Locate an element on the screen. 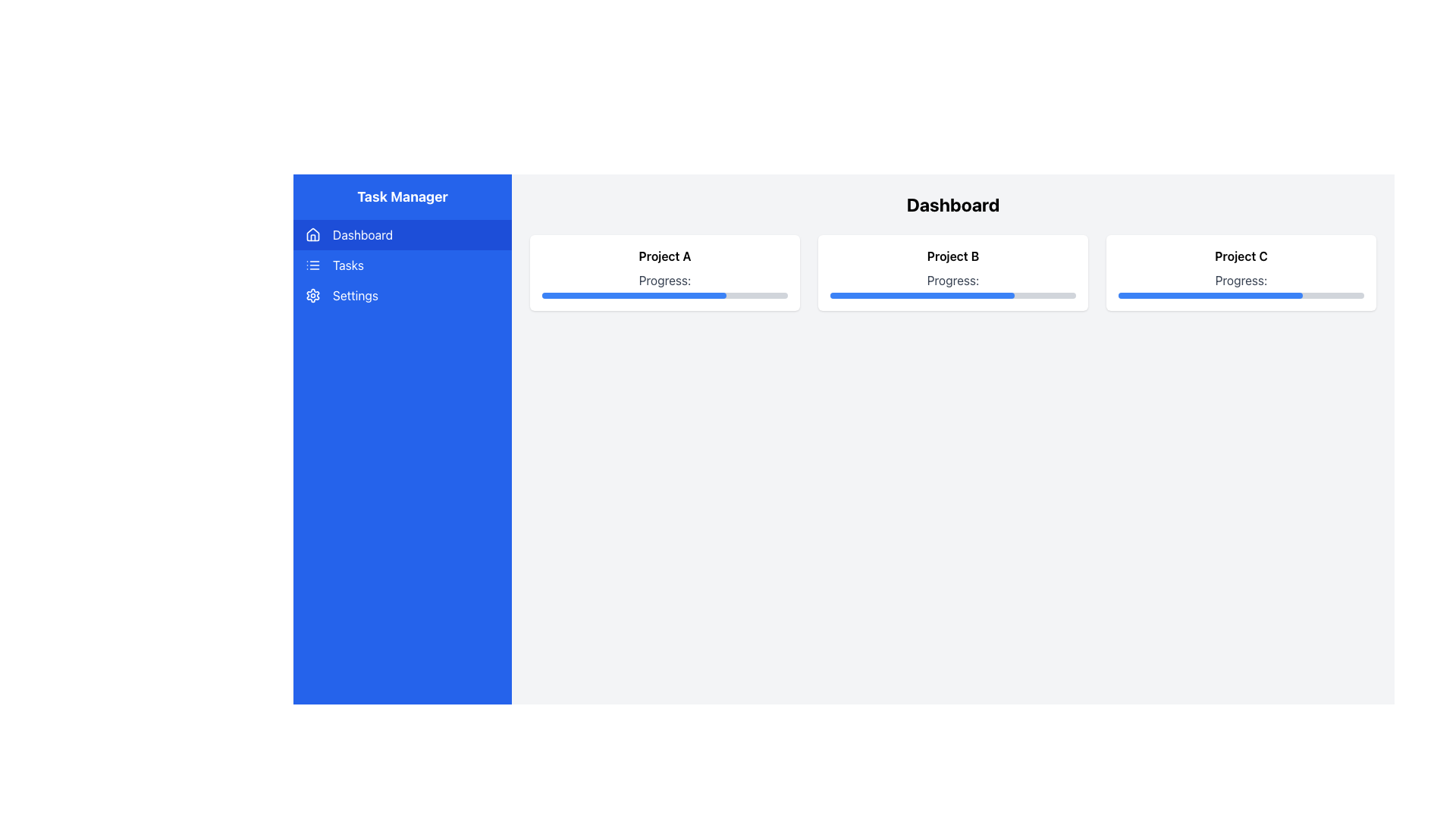 This screenshot has width=1456, height=819. the horizontal progress bar located under the label 'Progress:' in the card labeled 'Project B' at the center of the dashboard is located at coordinates (952, 295).